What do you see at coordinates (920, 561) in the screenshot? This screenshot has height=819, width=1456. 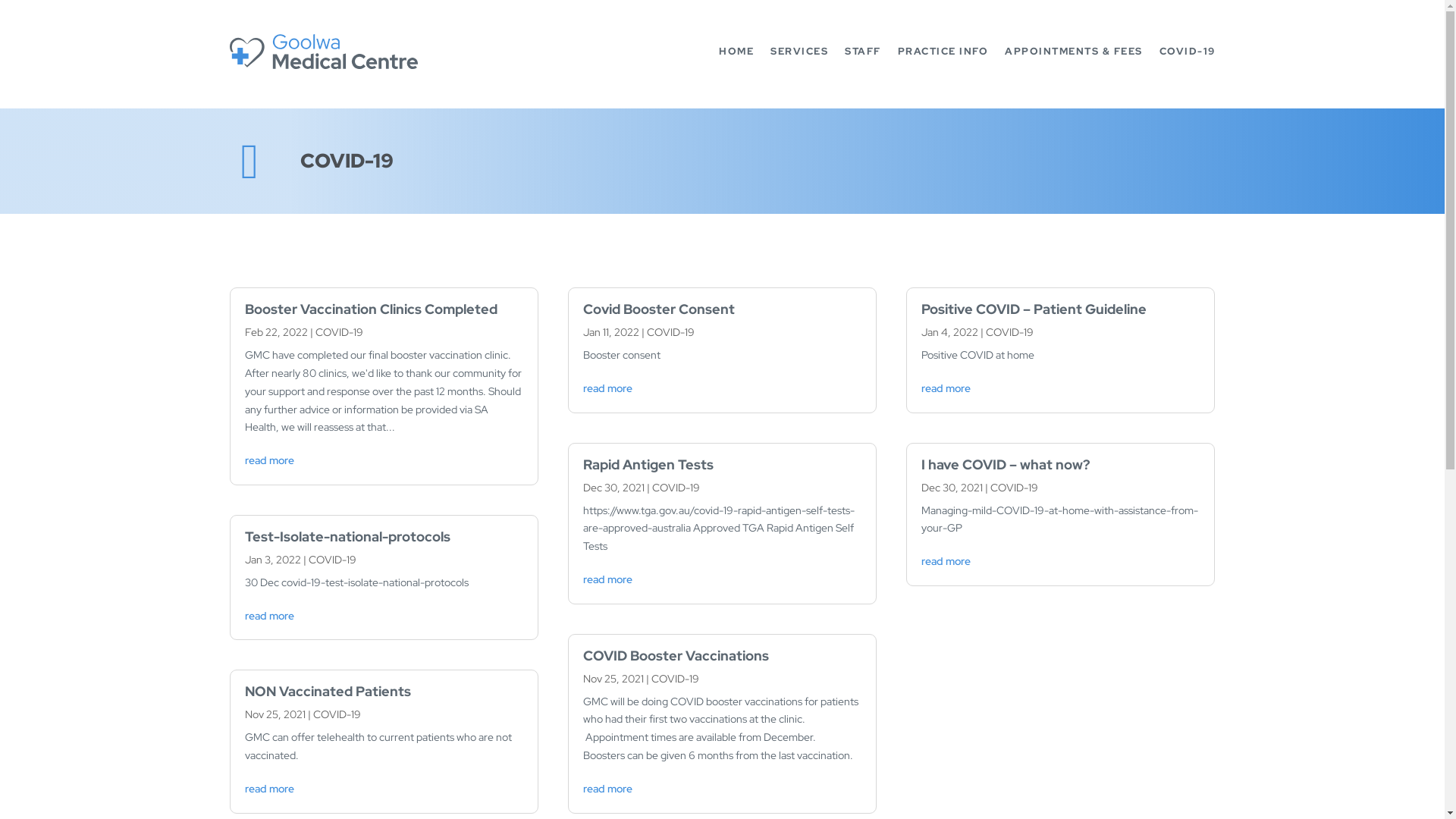 I see `'read more'` at bounding box center [920, 561].